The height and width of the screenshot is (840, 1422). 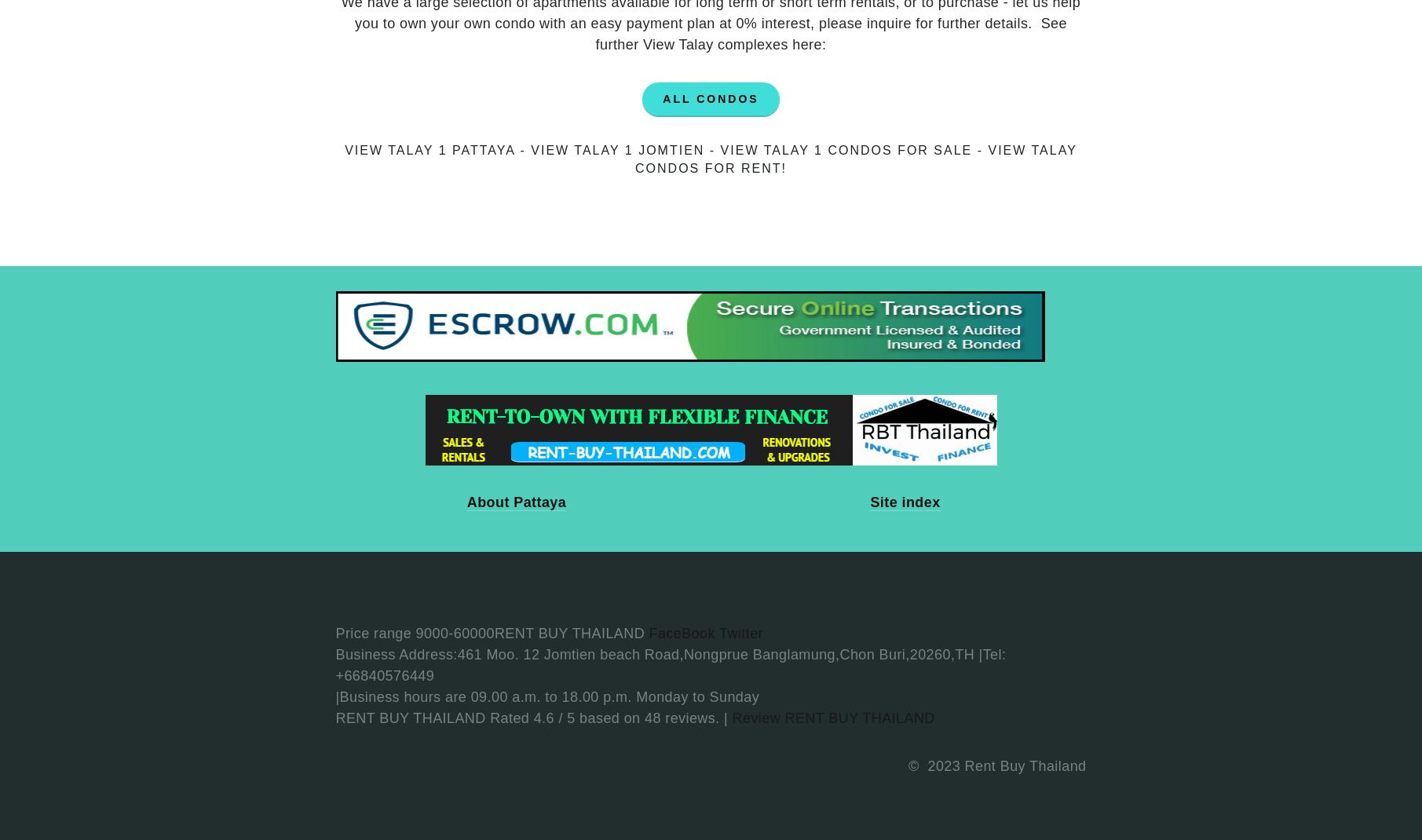 What do you see at coordinates (532, 717) in the screenshot?
I see `'4.6'` at bounding box center [532, 717].